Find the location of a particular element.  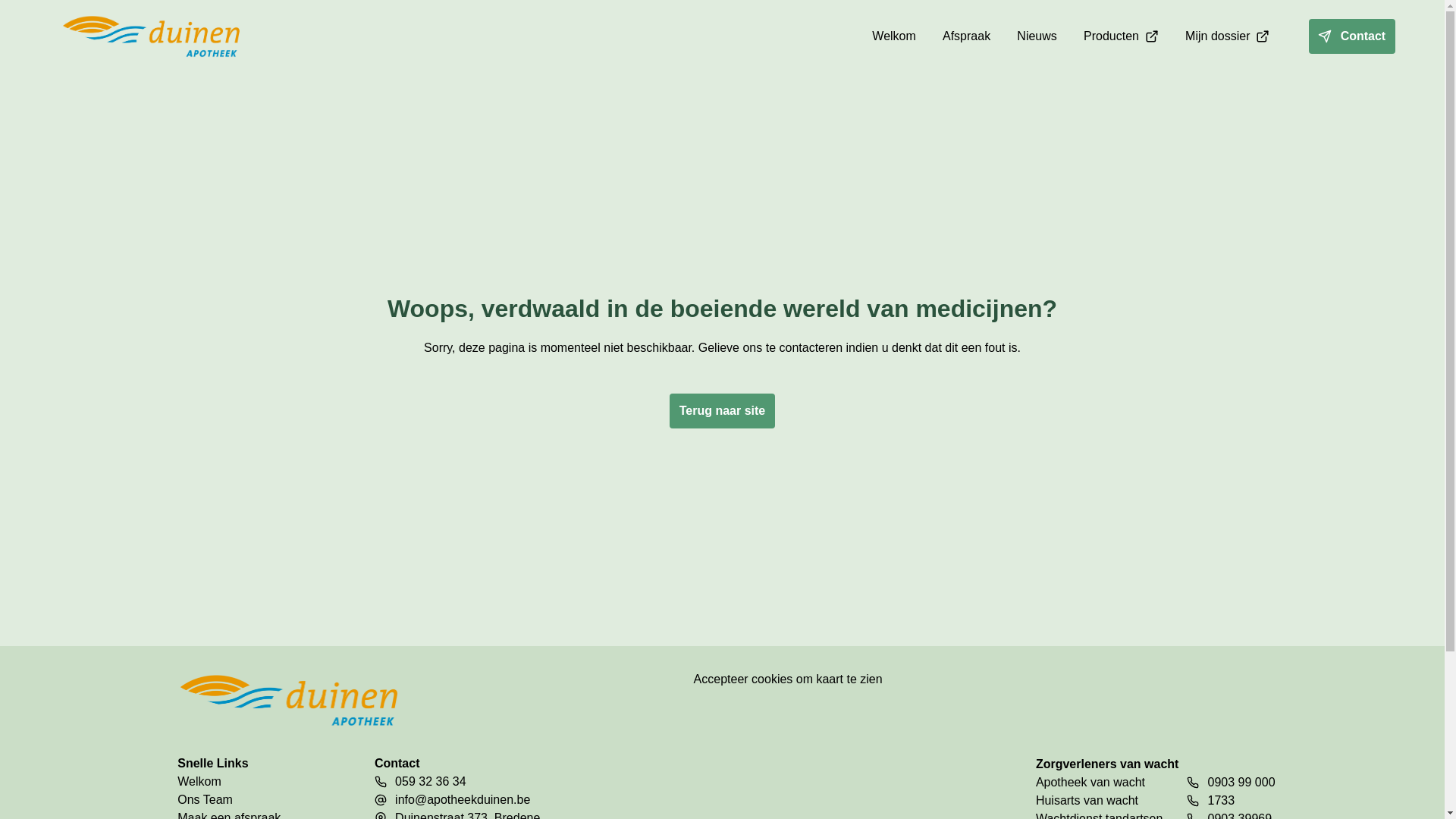

'Producten' is located at coordinates (1121, 35).